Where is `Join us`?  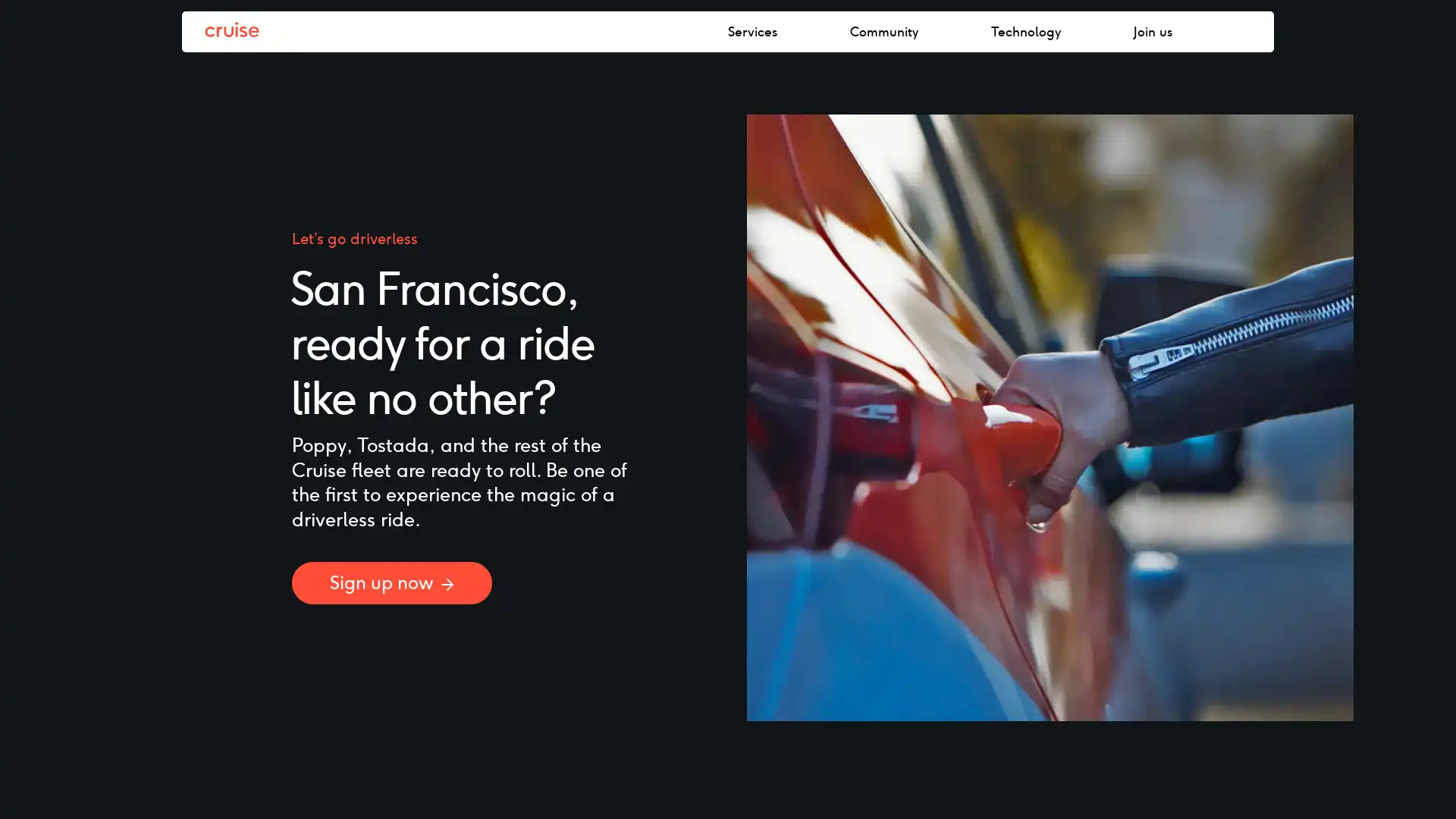 Join us is located at coordinates (1232, 32).